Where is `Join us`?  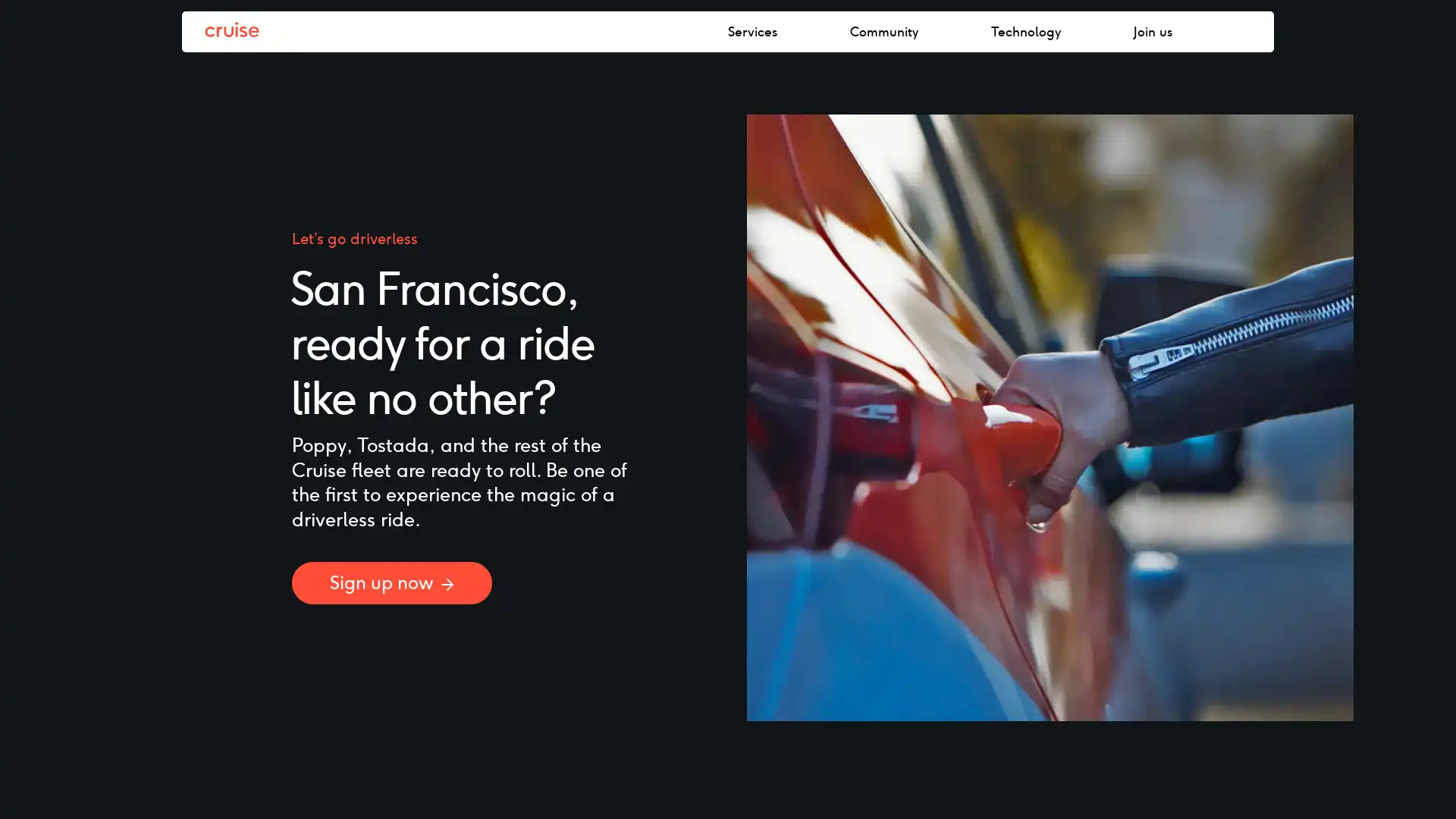 Join us is located at coordinates (1232, 32).